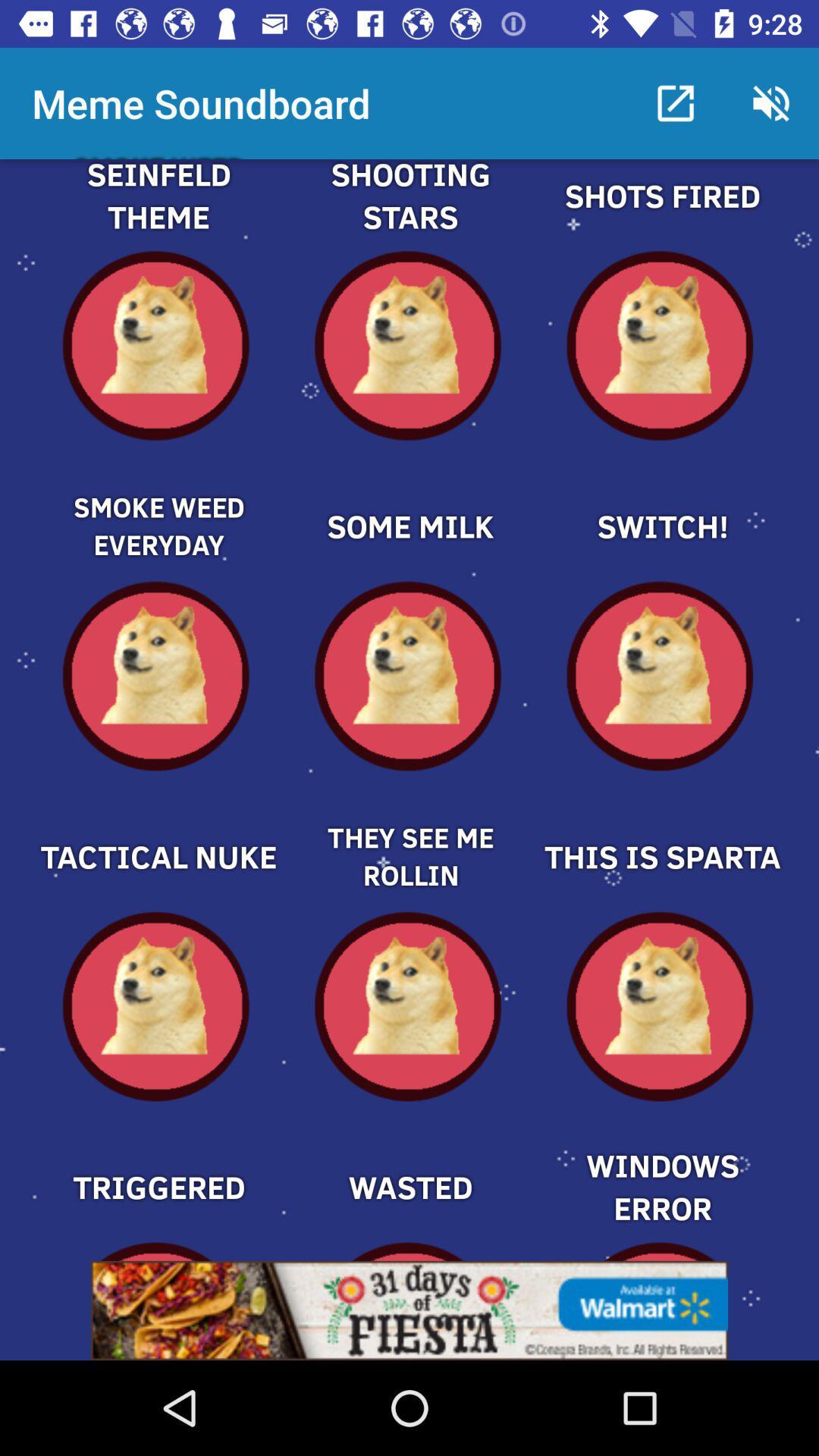  What do you see at coordinates (157, 213) in the screenshot?
I see `one part of theme` at bounding box center [157, 213].